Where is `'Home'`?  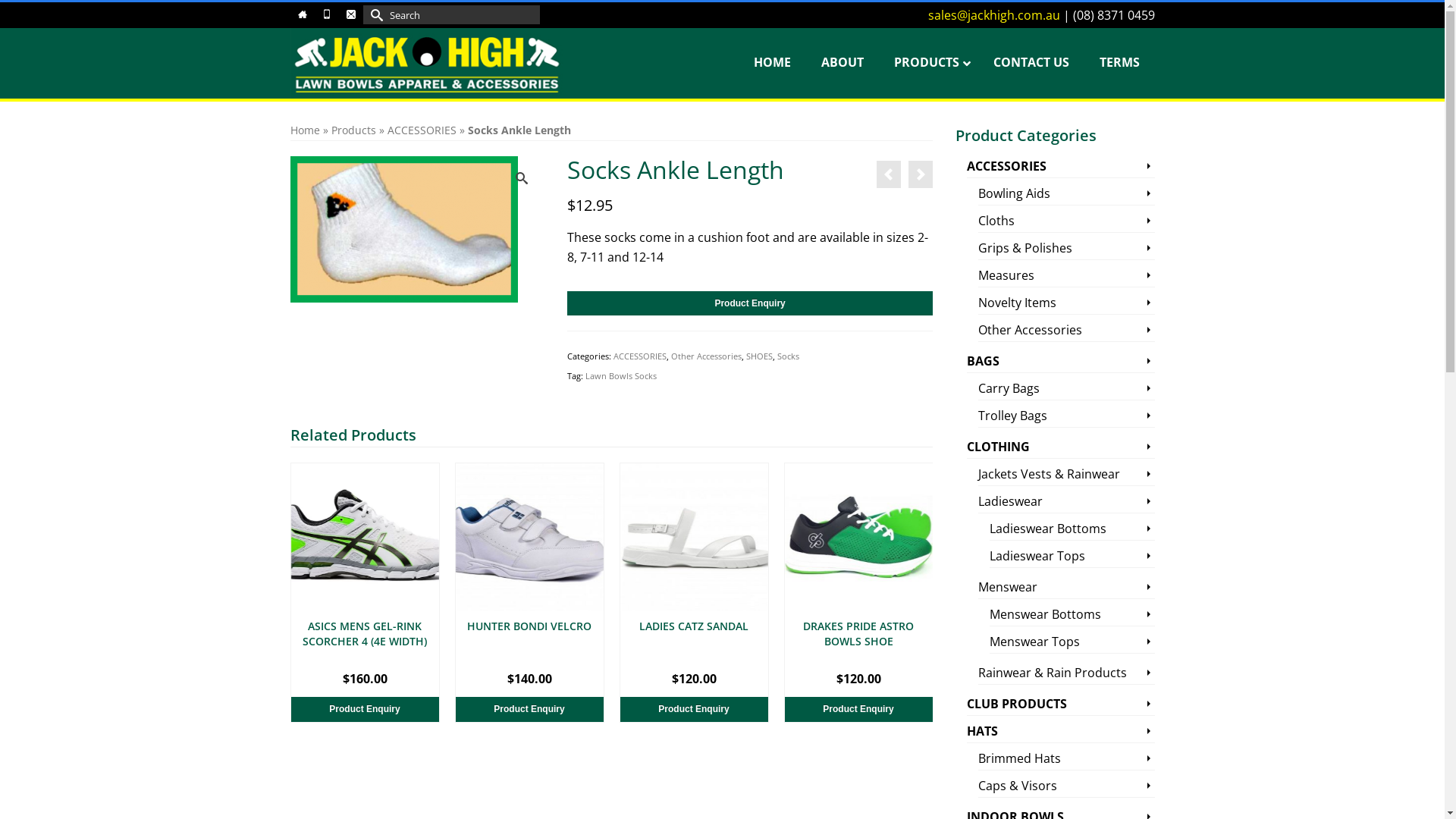
'Home' is located at coordinates (290, 129).